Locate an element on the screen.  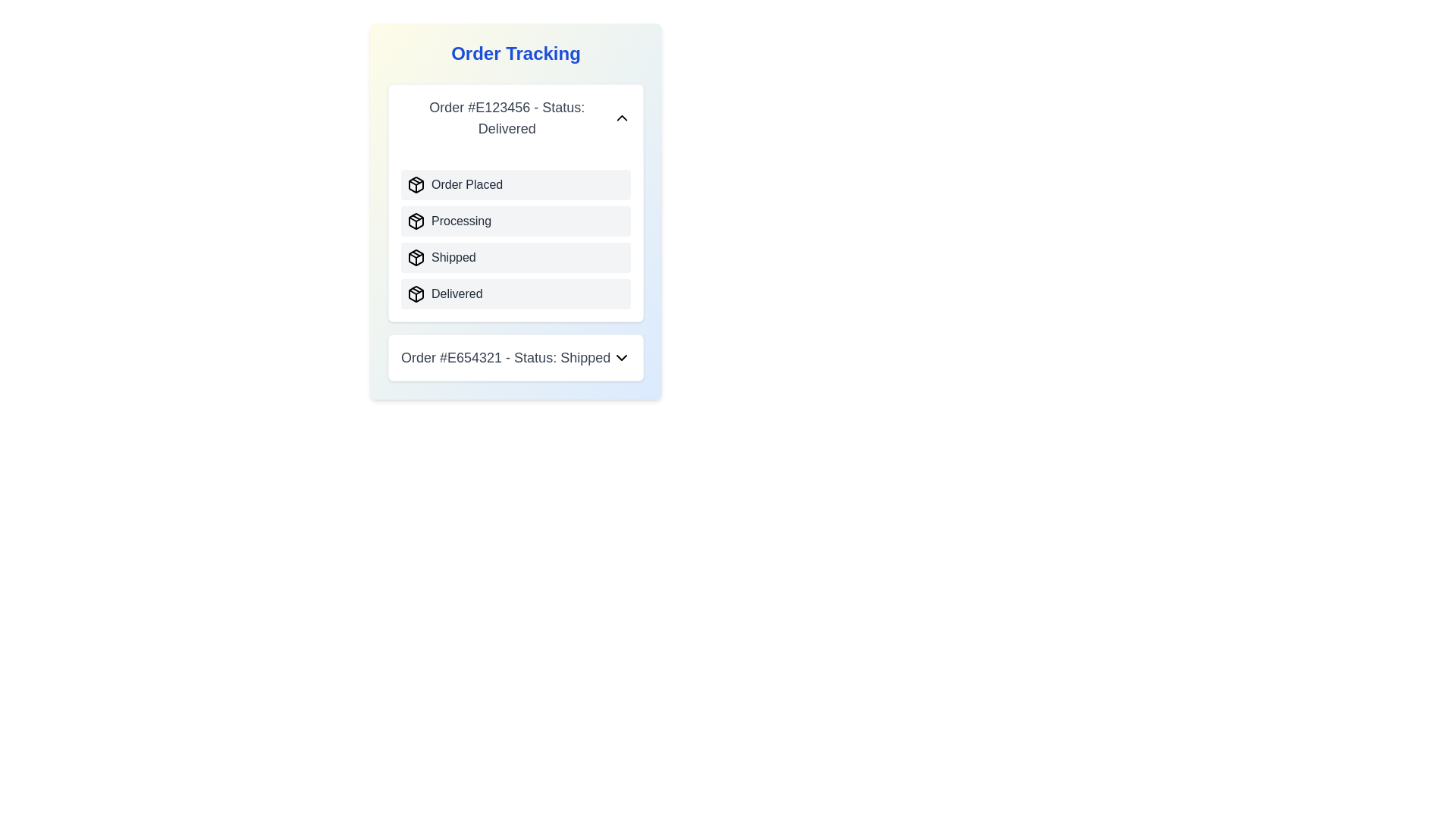
the stage Delivered in the order timeline is located at coordinates (416, 294).